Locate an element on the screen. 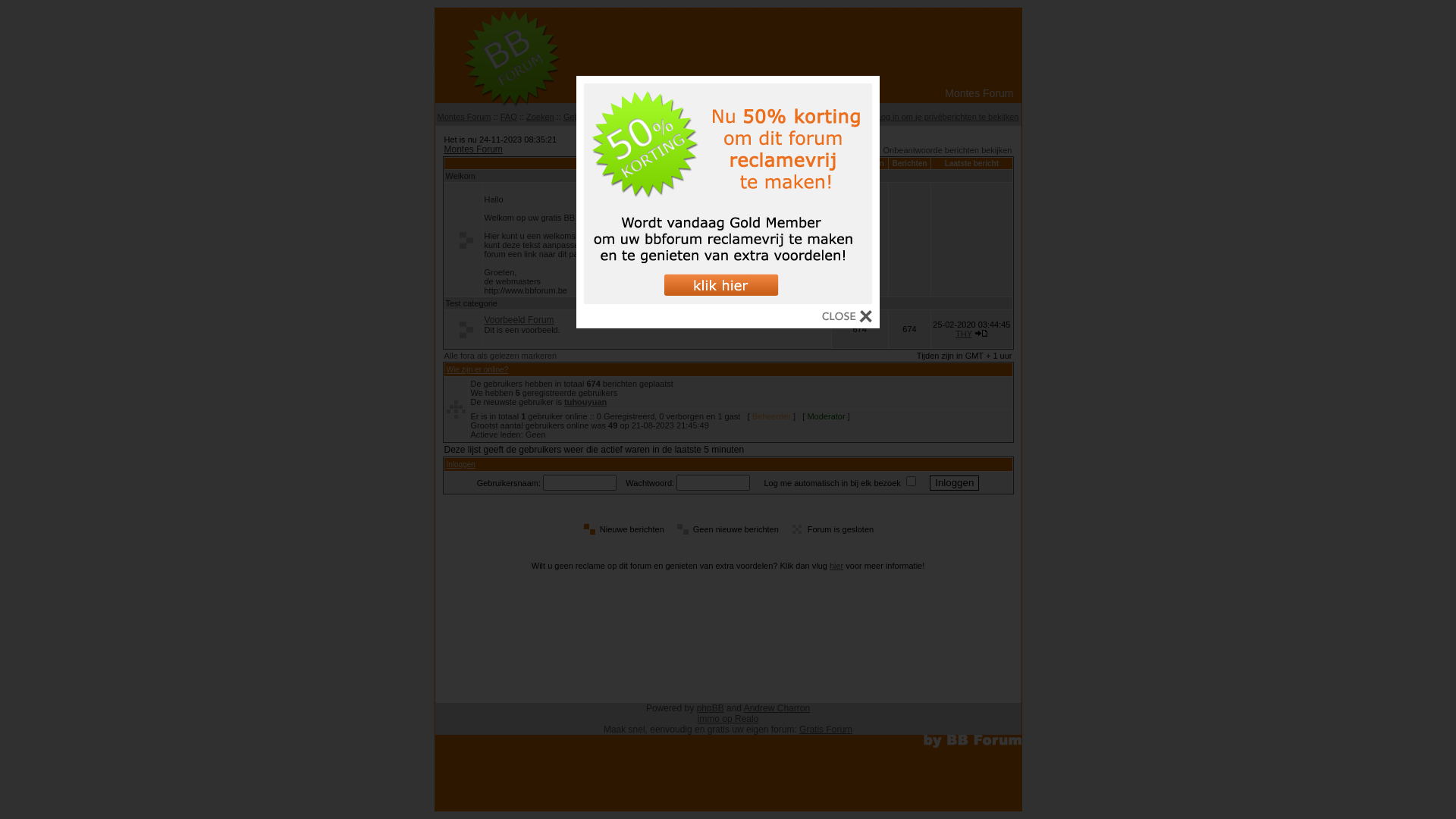 The height and width of the screenshot is (819, 1456). 'FAQ' is located at coordinates (500, 116).